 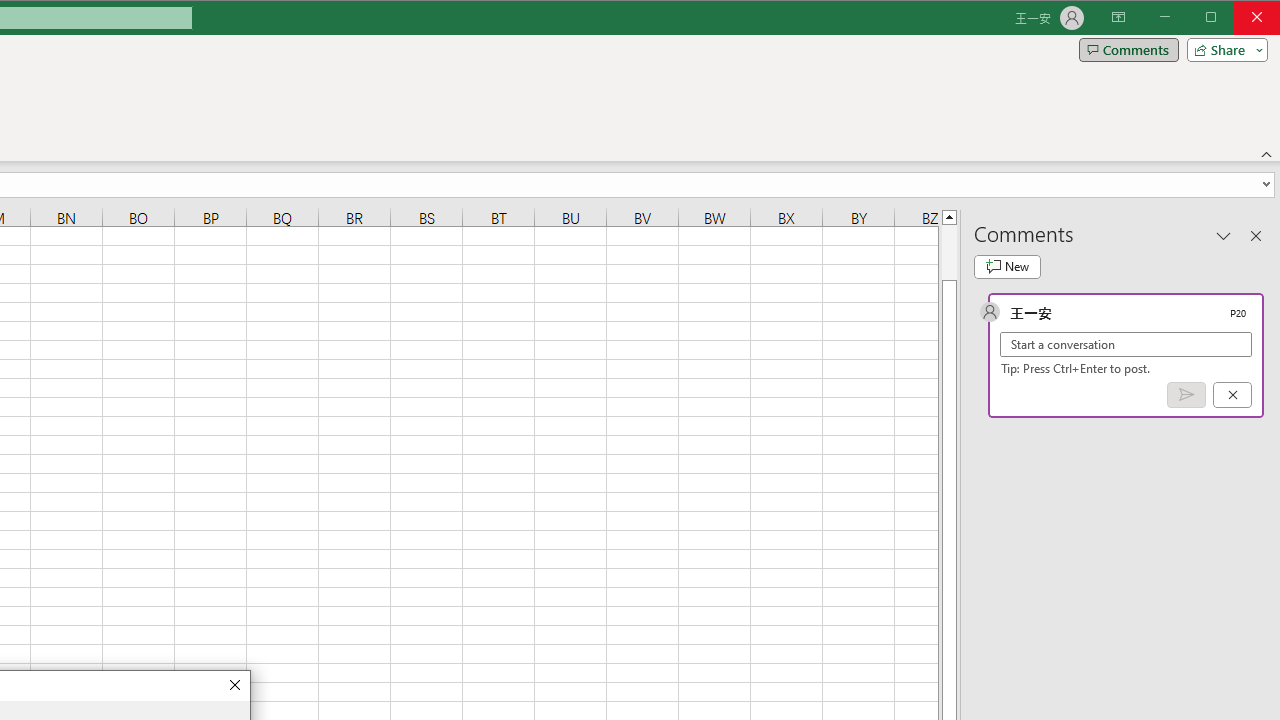 I want to click on 'Close pane', so click(x=1255, y=234).